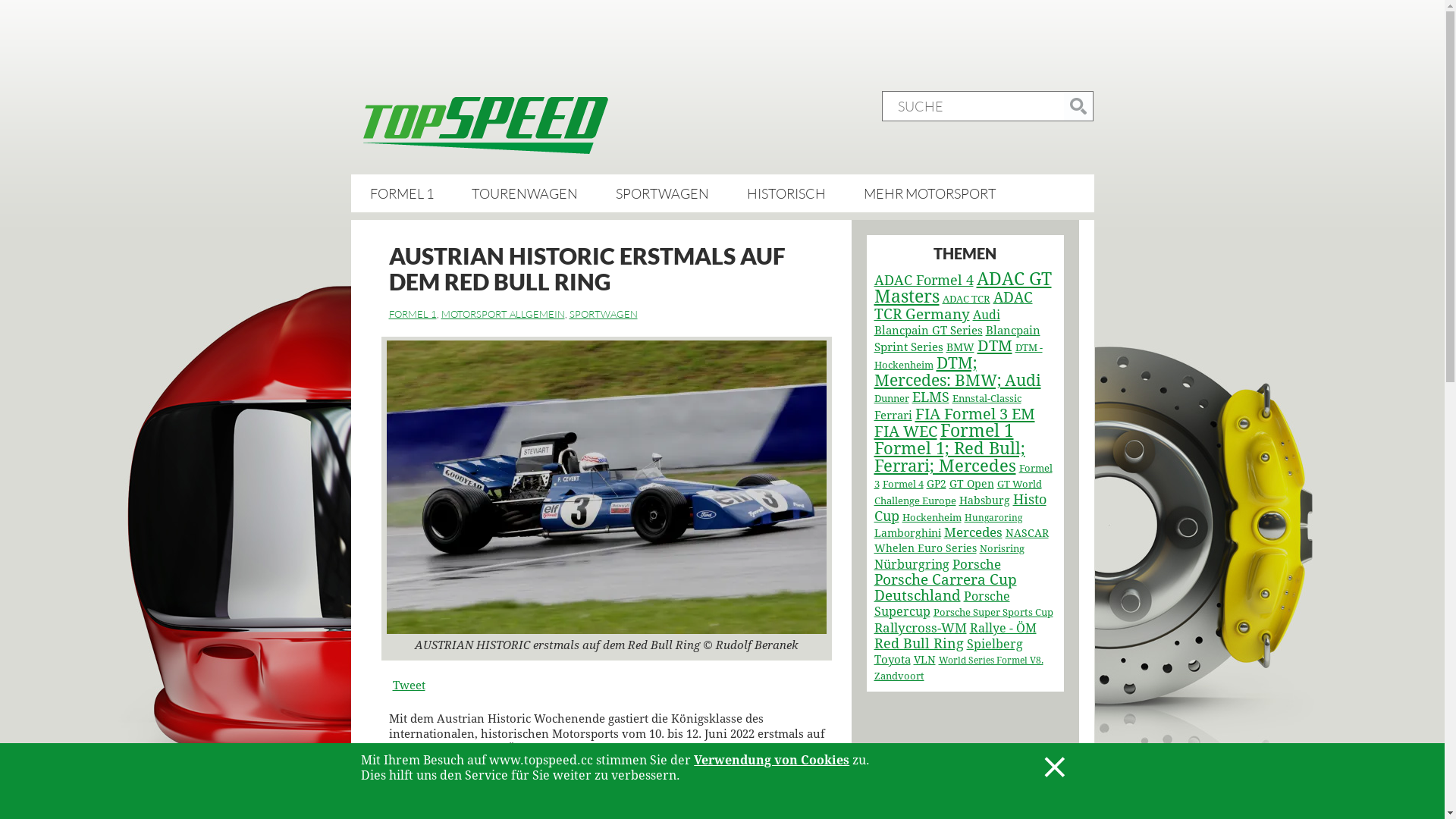  What do you see at coordinates (874, 338) in the screenshot?
I see `'Blancpain Sprint Series'` at bounding box center [874, 338].